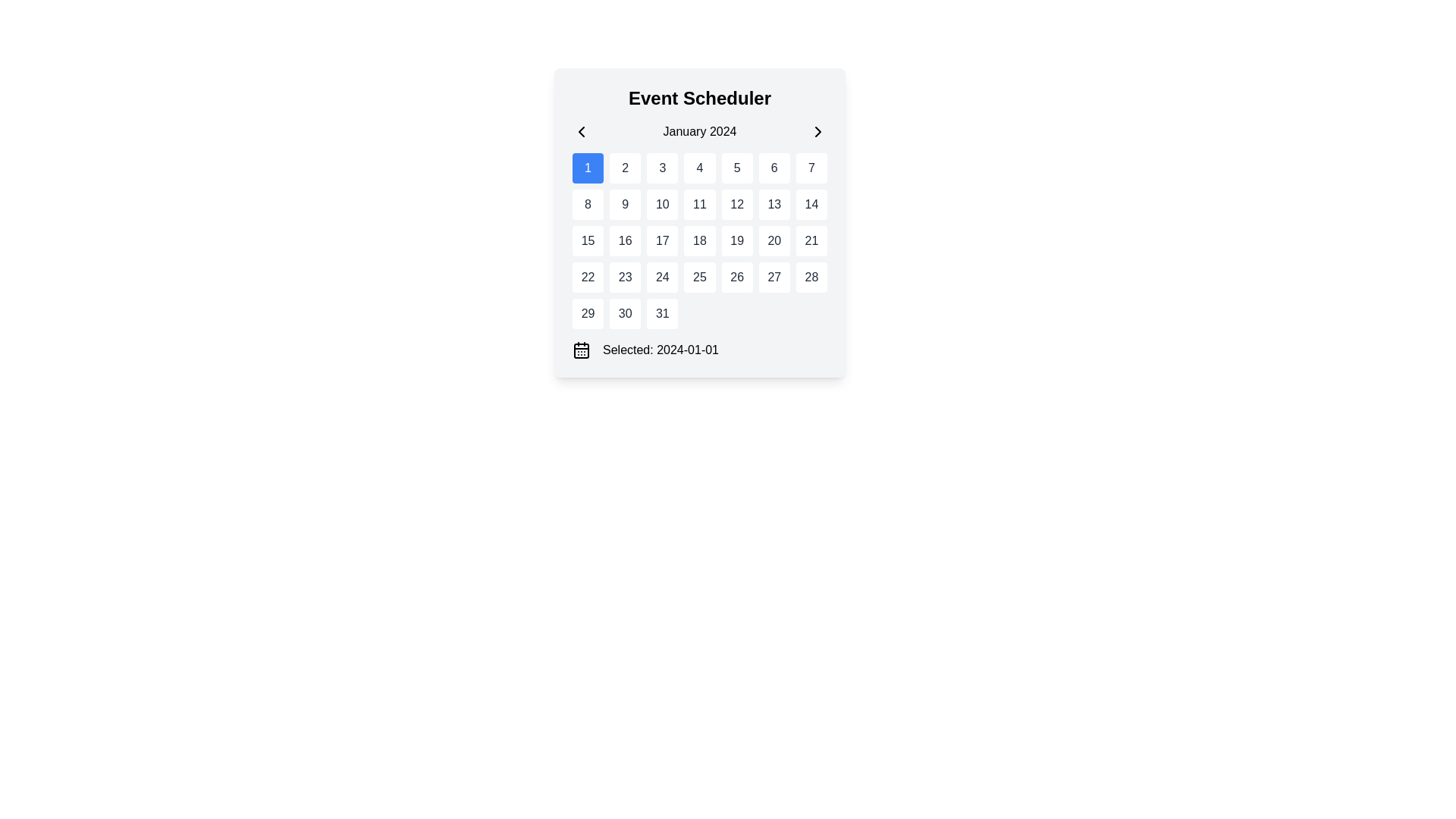 Image resolution: width=1456 pixels, height=819 pixels. What do you see at coordinates (811, 205) in the screenshot?
I see `the button displaying the calendar day '14' located in the second row and seventh column of the calendar grid` at bounding box center [811, 205].